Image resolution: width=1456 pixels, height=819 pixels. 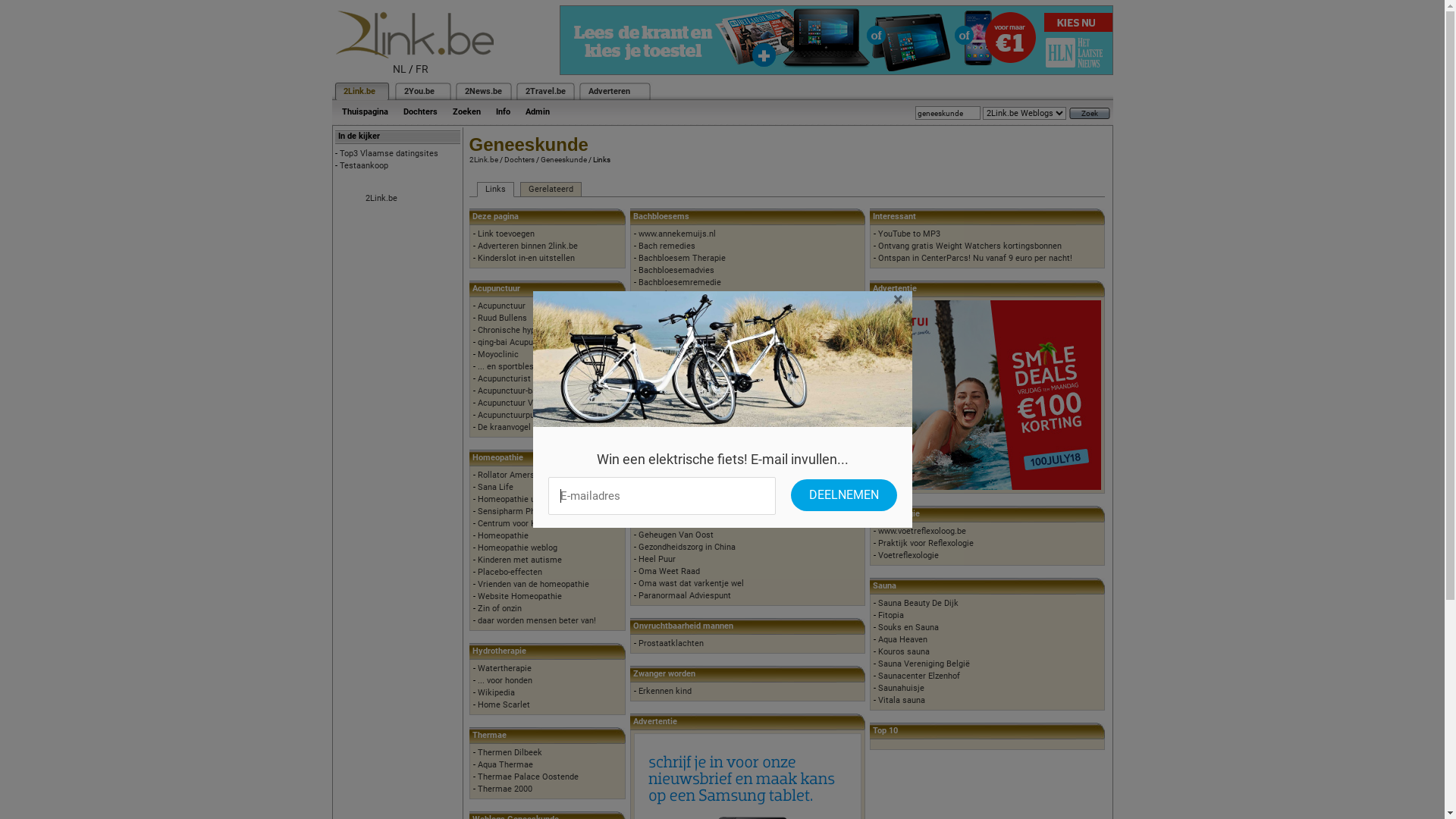 I want to click on 'Acupuncturist', so click(x=504, y=378).